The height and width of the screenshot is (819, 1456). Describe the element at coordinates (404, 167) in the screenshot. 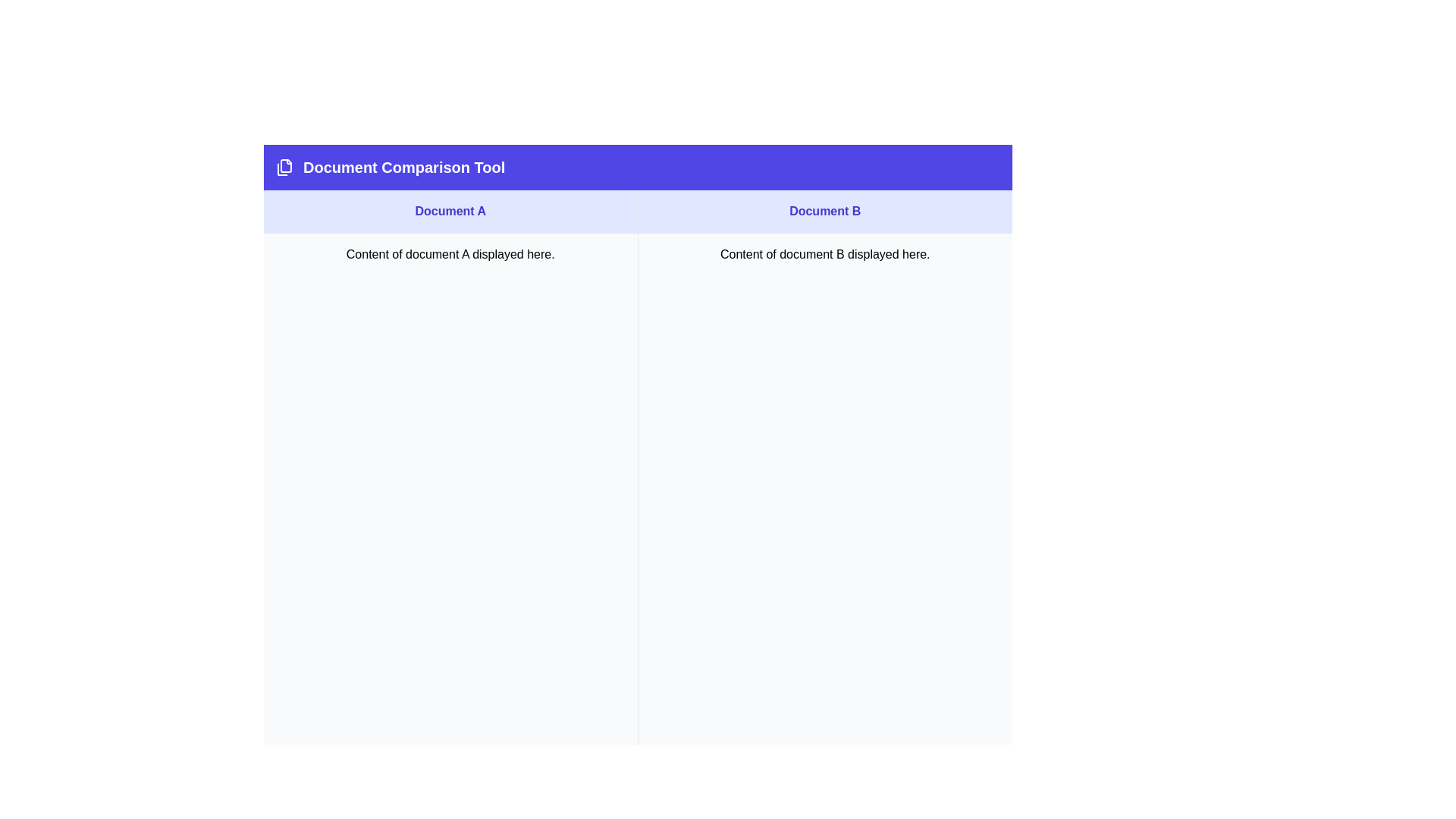

I see `the title 'Document Comparison Tool' located in the top horizontal purple bar, which is the only textual element in that area` at that location.